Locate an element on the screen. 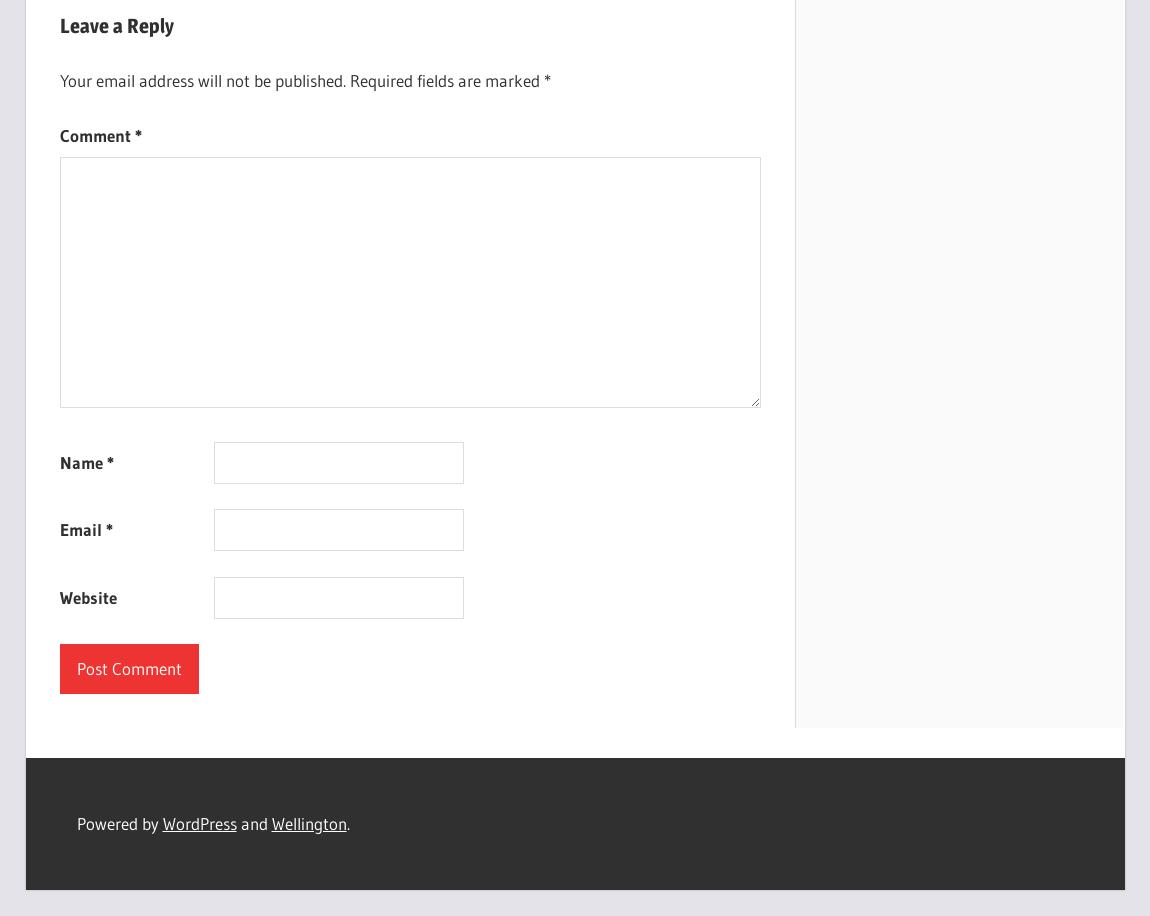 Image resolution: width=1150 pixels, height=916 pixels. 'Website' is located at coordinates (86, 596).